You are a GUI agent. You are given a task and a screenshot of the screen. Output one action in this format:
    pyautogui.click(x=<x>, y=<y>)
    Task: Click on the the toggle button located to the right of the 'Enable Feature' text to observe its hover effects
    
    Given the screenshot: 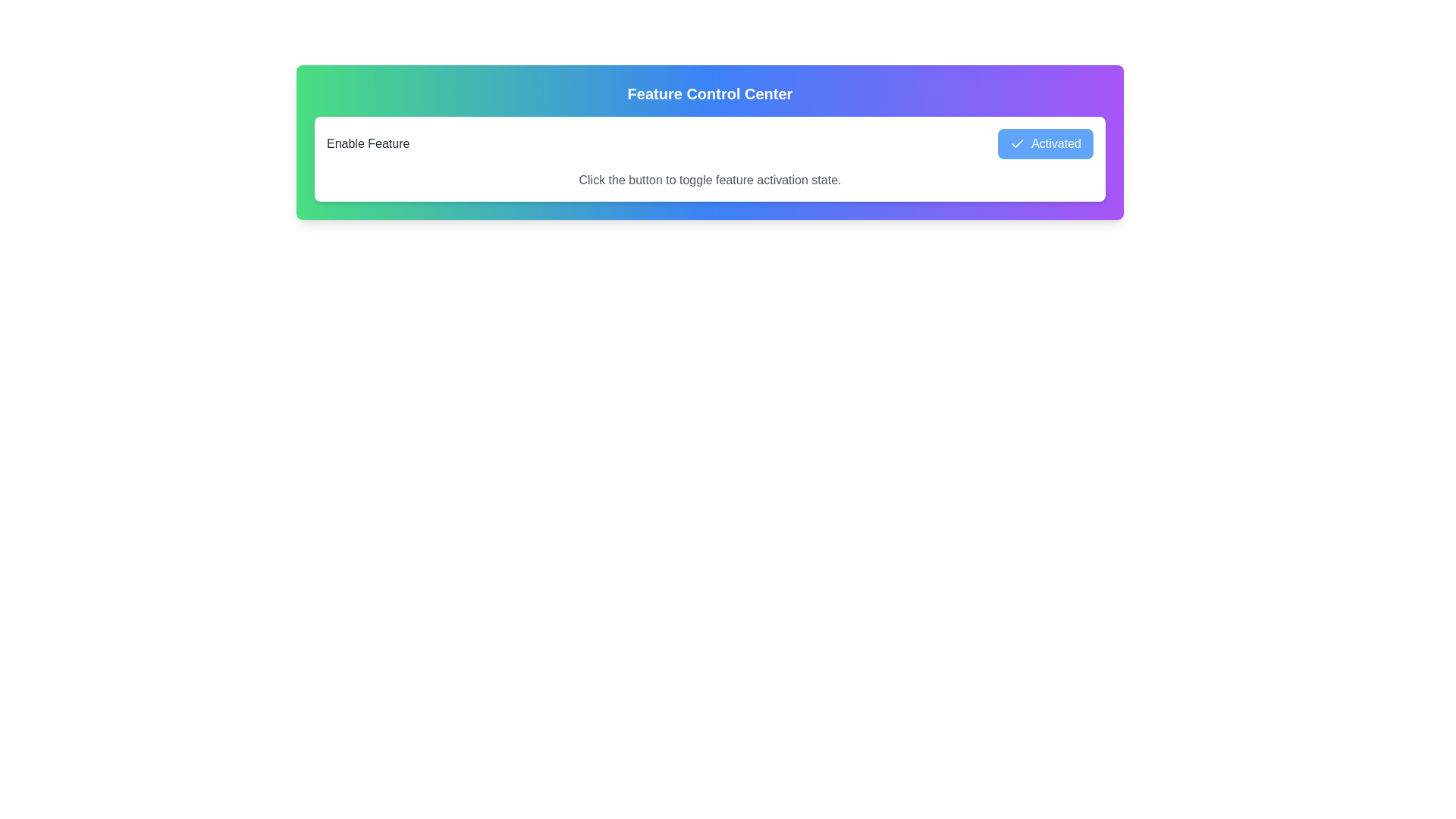 What is the action you would take?
    pyautogui.click(x=1045, y=143)
    